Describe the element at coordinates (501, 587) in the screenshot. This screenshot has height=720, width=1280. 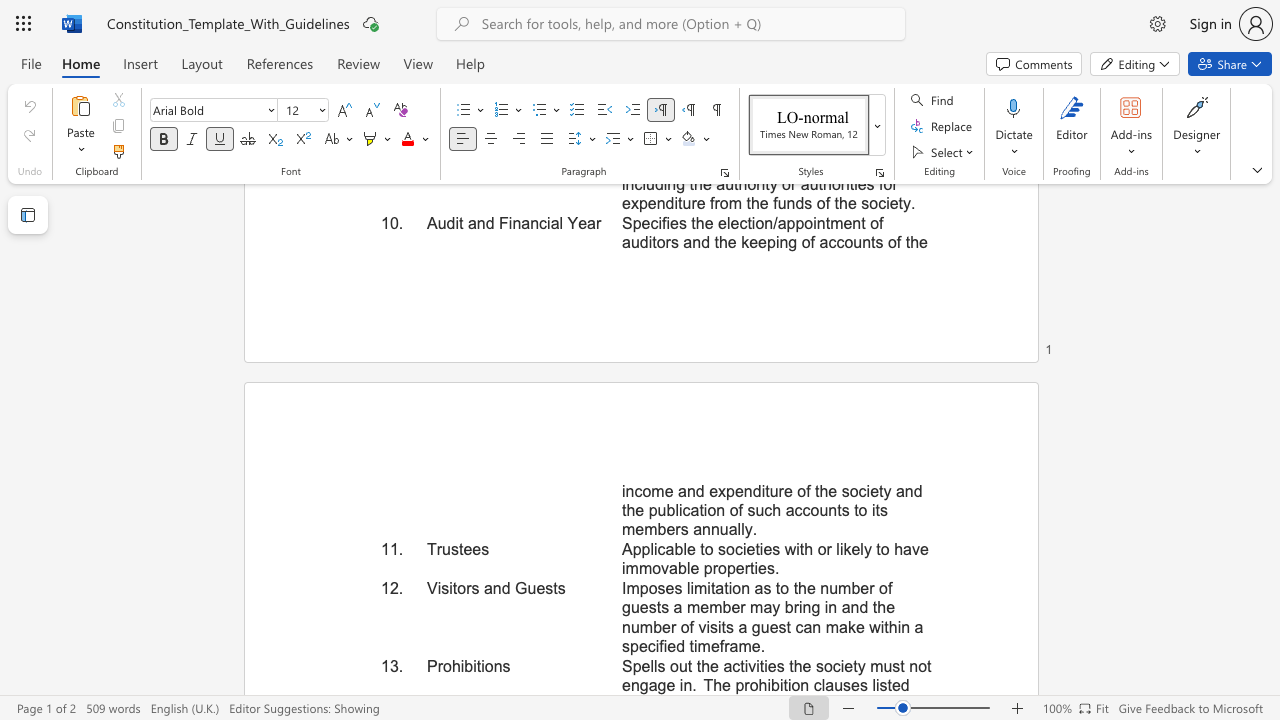
I see `the subset text "d Guests" within the text "Visitors and Guests"` at that location.